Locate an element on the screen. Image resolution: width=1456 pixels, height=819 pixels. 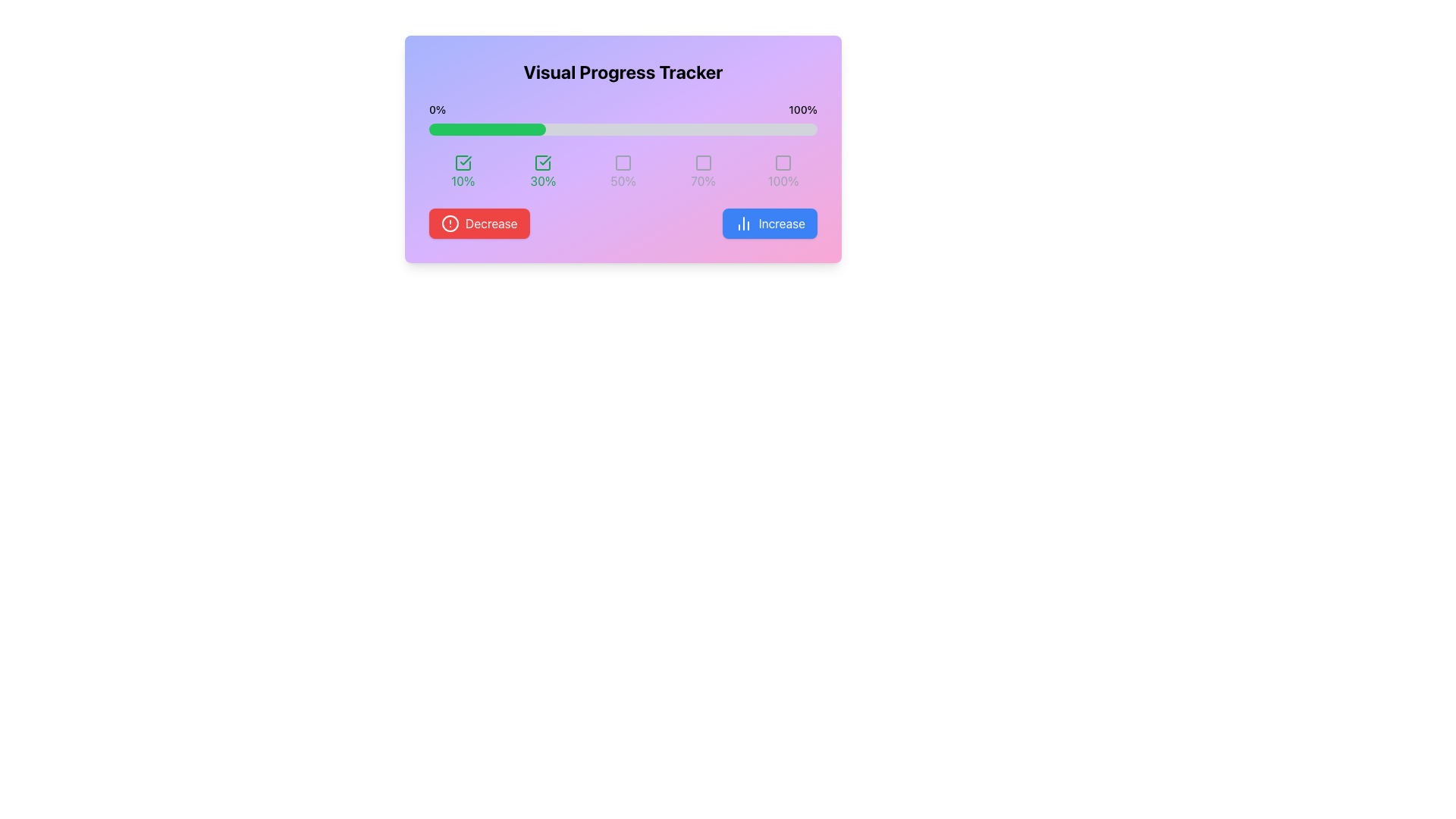
the progress level is located at coordinates (576, 128).